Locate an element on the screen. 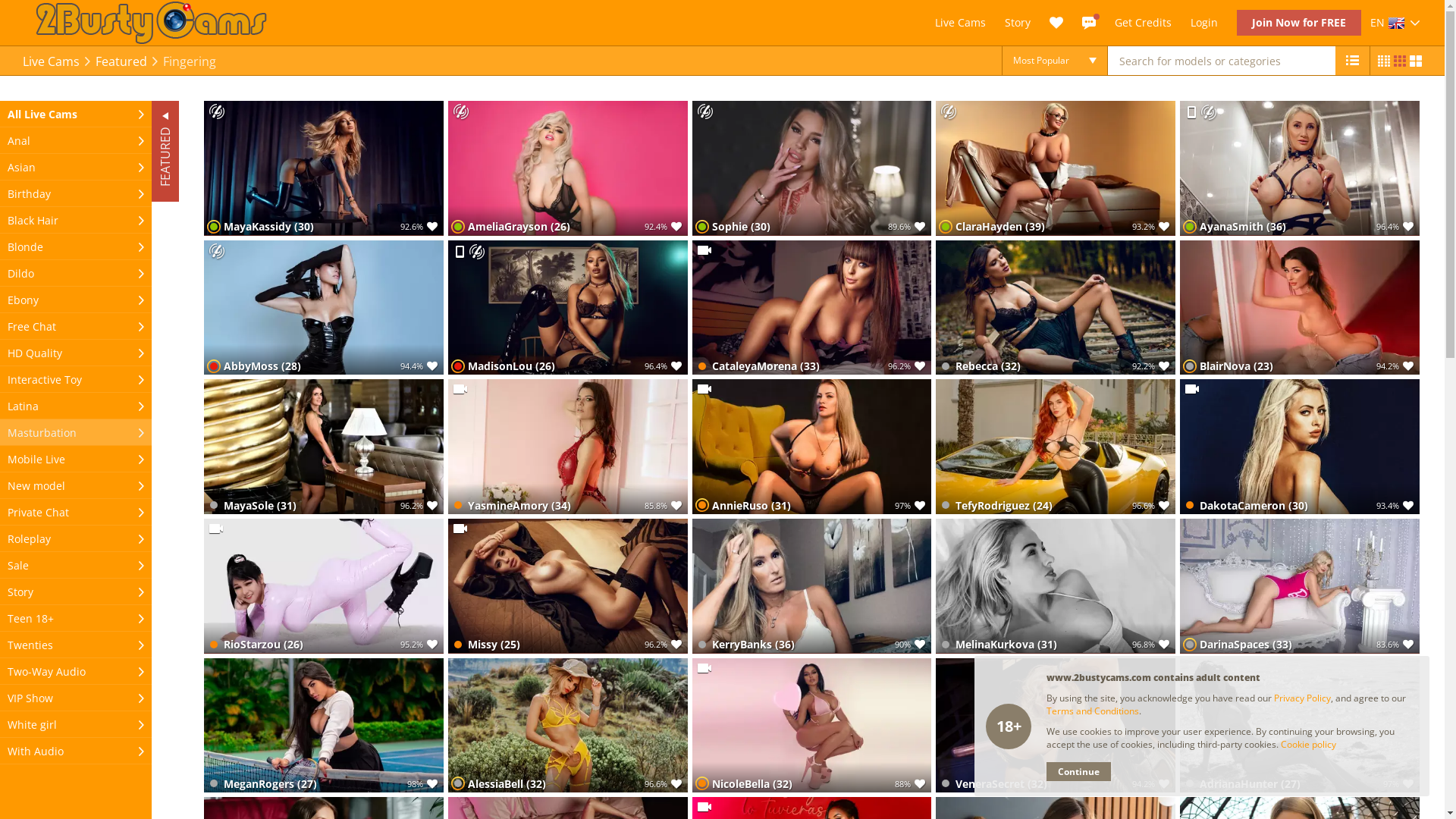  'DakotaCameron (30) is located at coordinates (1298, 446).